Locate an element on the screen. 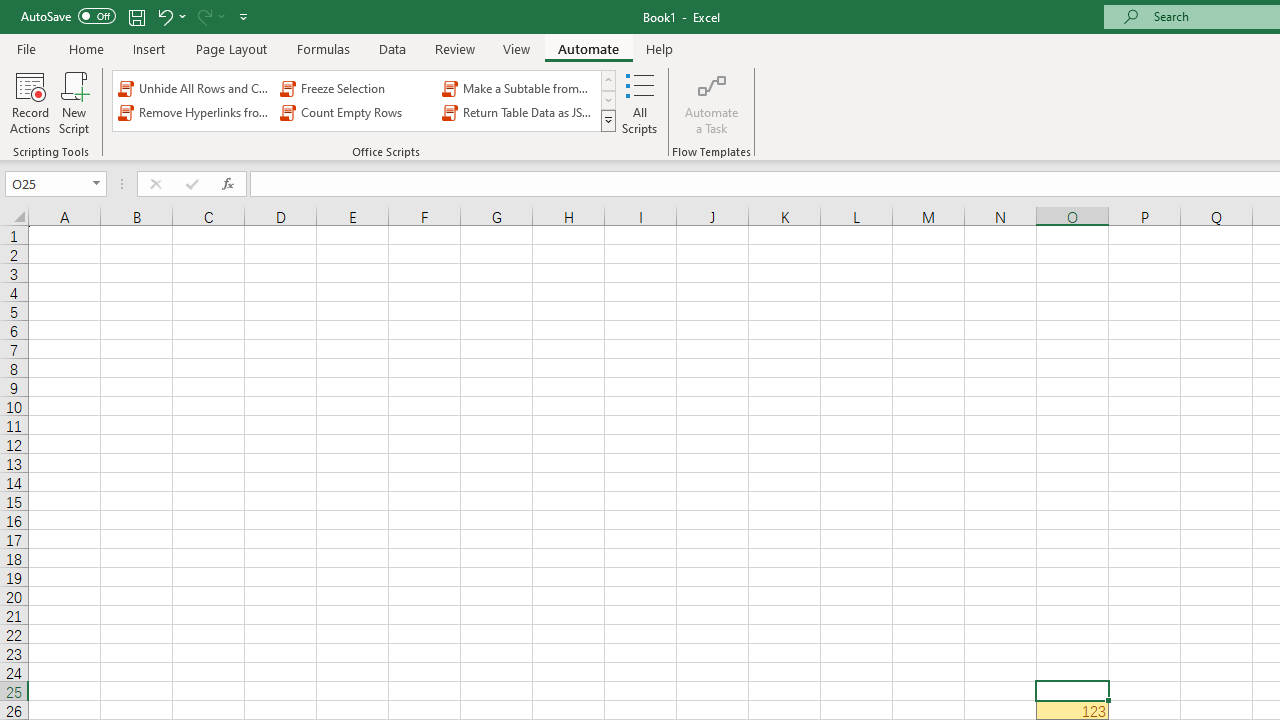 The image size is (1280, 720). 'AutomationID: OfficeScriptsGallery' is located at coordinates (365, 100).